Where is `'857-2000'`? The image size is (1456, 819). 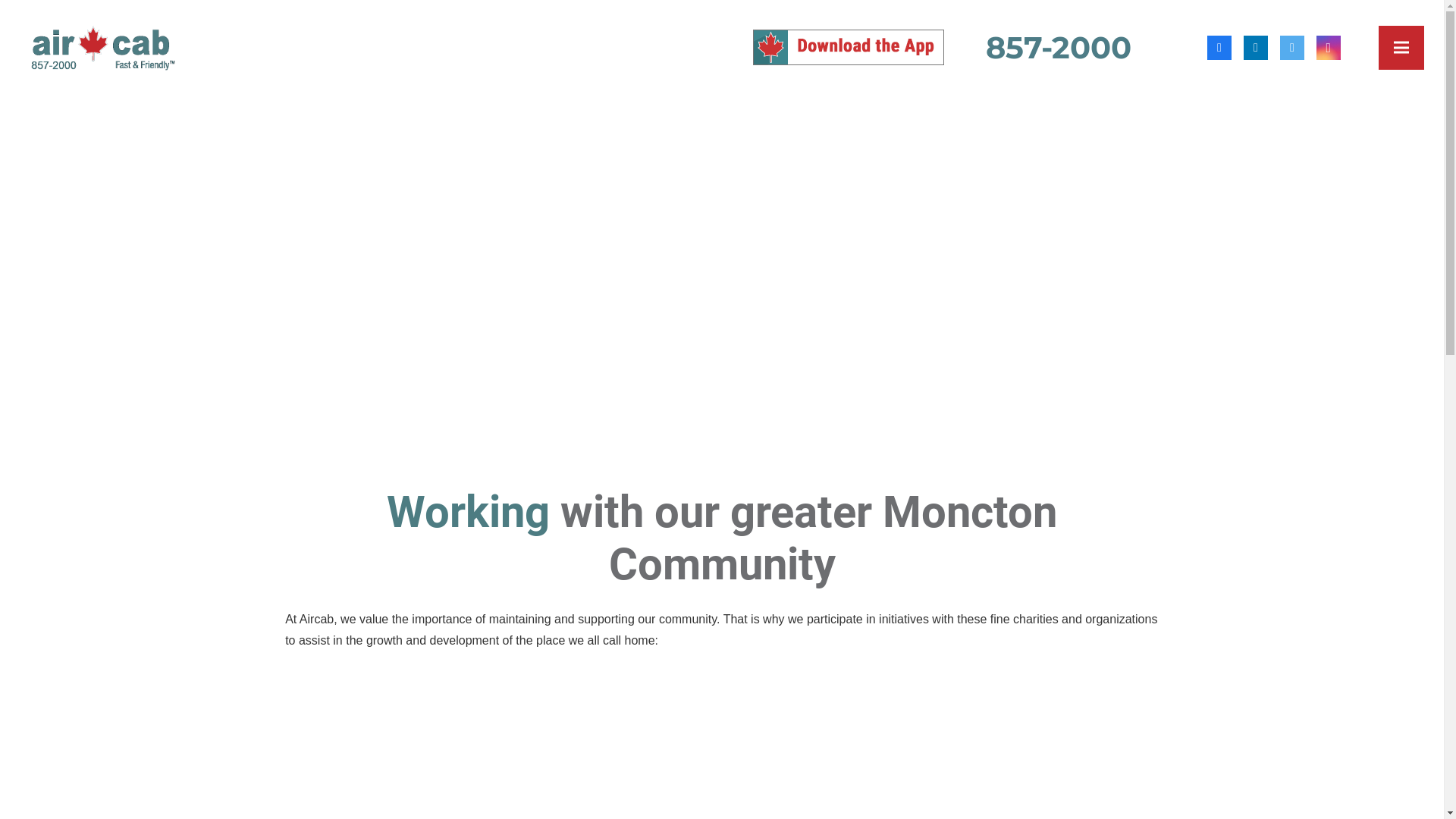
'857-2000' is located at coordinates (986, 46).